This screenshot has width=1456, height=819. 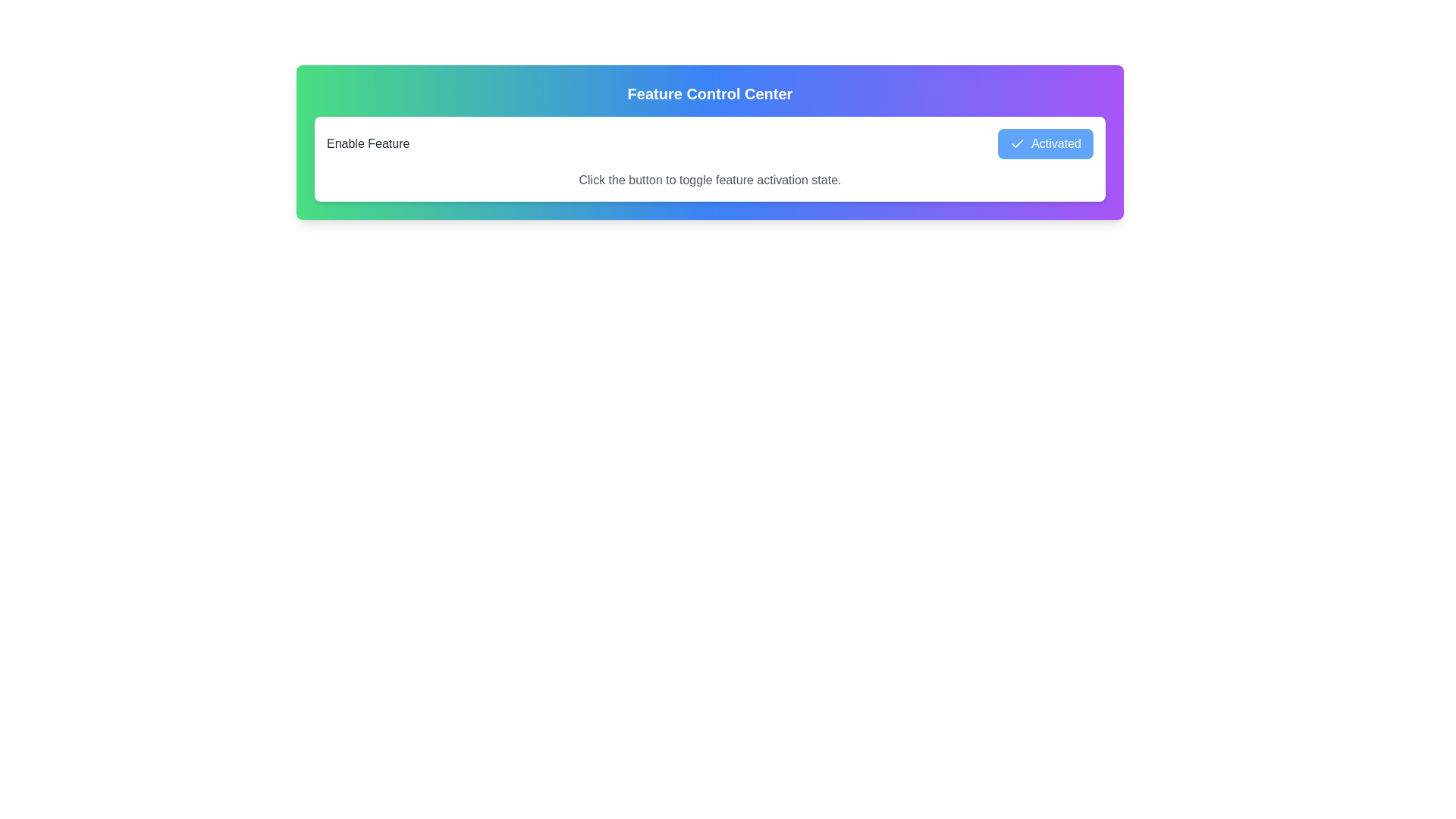 What do you see at coordinates (1045, 143) in the screenshot?
I see `the rectangular button with rounded corners that has a blue background and contains a white check icon and the text 'Activated'` at bounding box center [1045, 143].